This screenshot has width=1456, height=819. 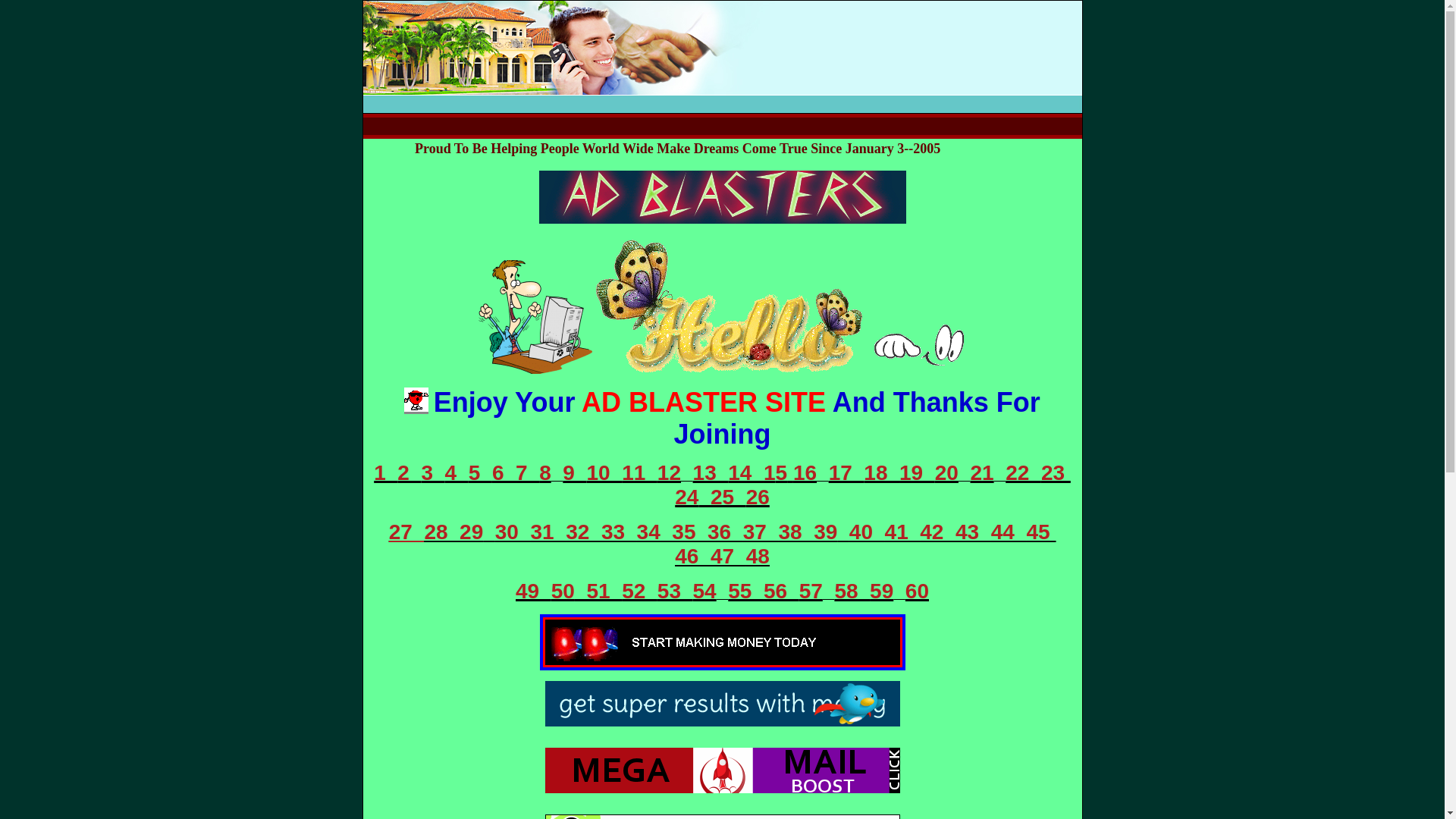 I want to click on '  25 ', so click(x=720, y=497).